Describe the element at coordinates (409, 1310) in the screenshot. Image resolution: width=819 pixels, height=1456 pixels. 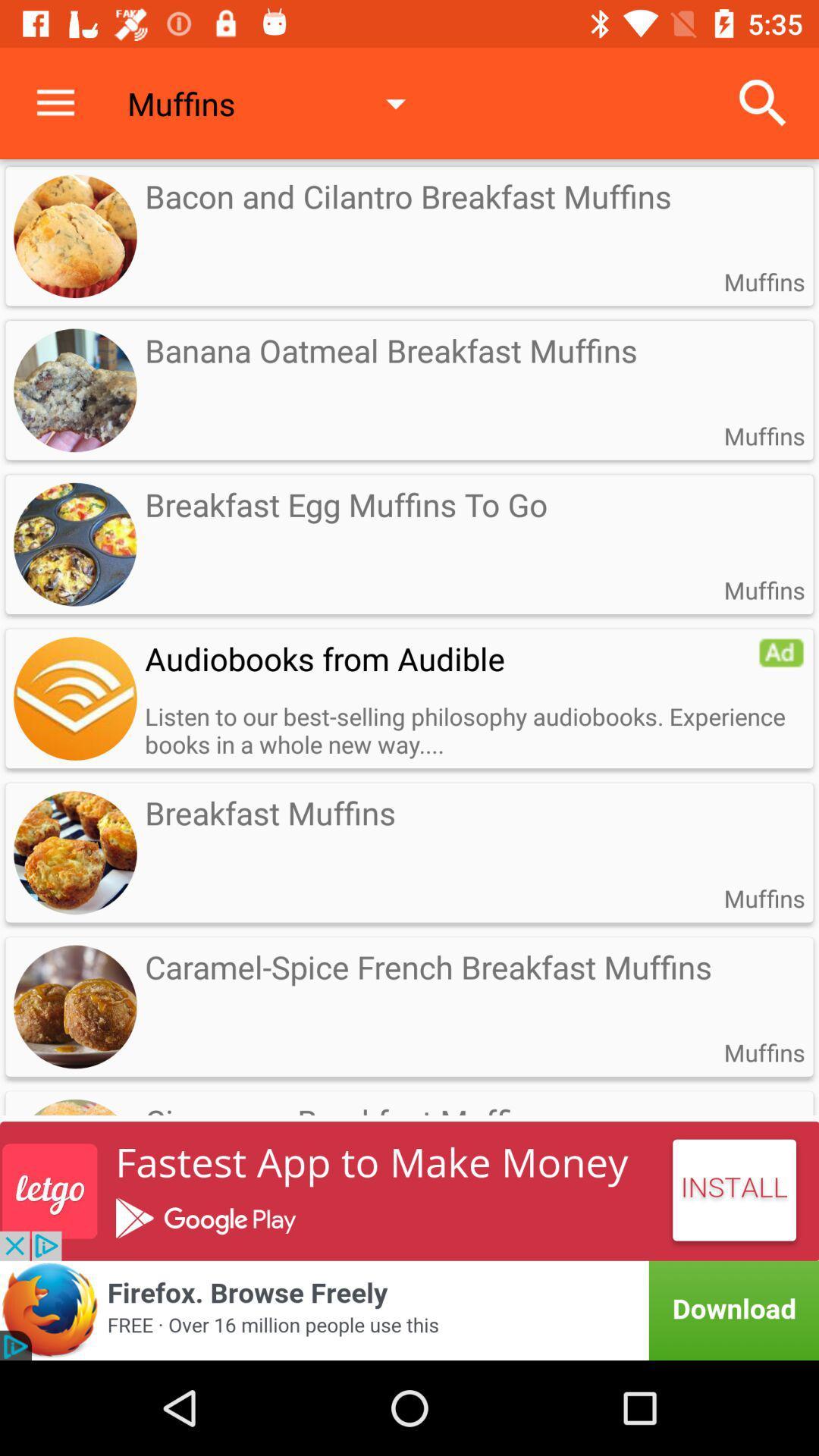
I see `adverisement` at that location.